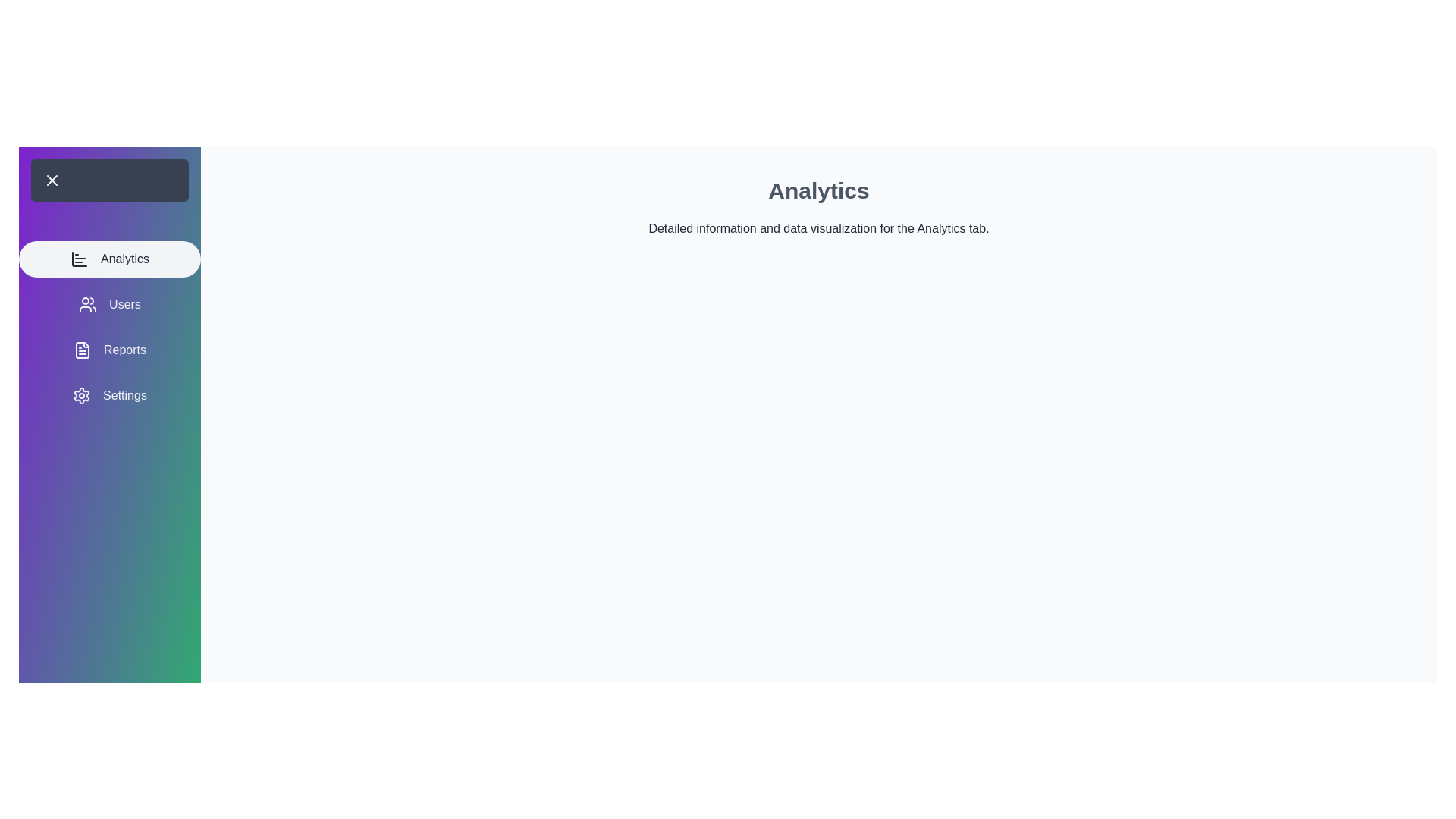 This screenshot has height=819, width=1456. Describe the element at coordinates (108, 304) in the screenshot. I see `the menu option Users by clicking on it` at that location.